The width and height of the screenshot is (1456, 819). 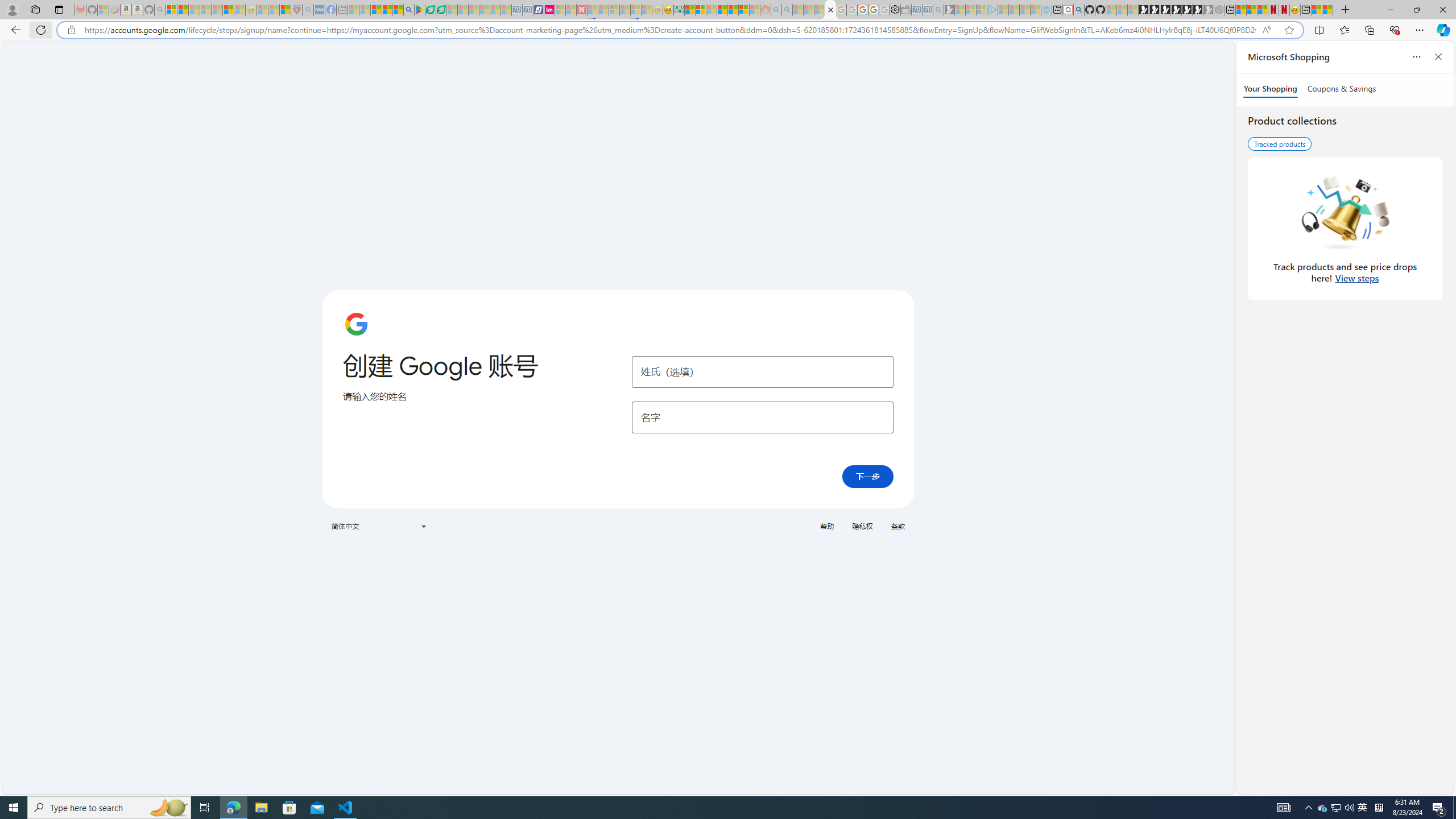 I want to click on 'Bing Real Estate - Home sales and rental listings - Sleeping', so click(x=938, y=9).